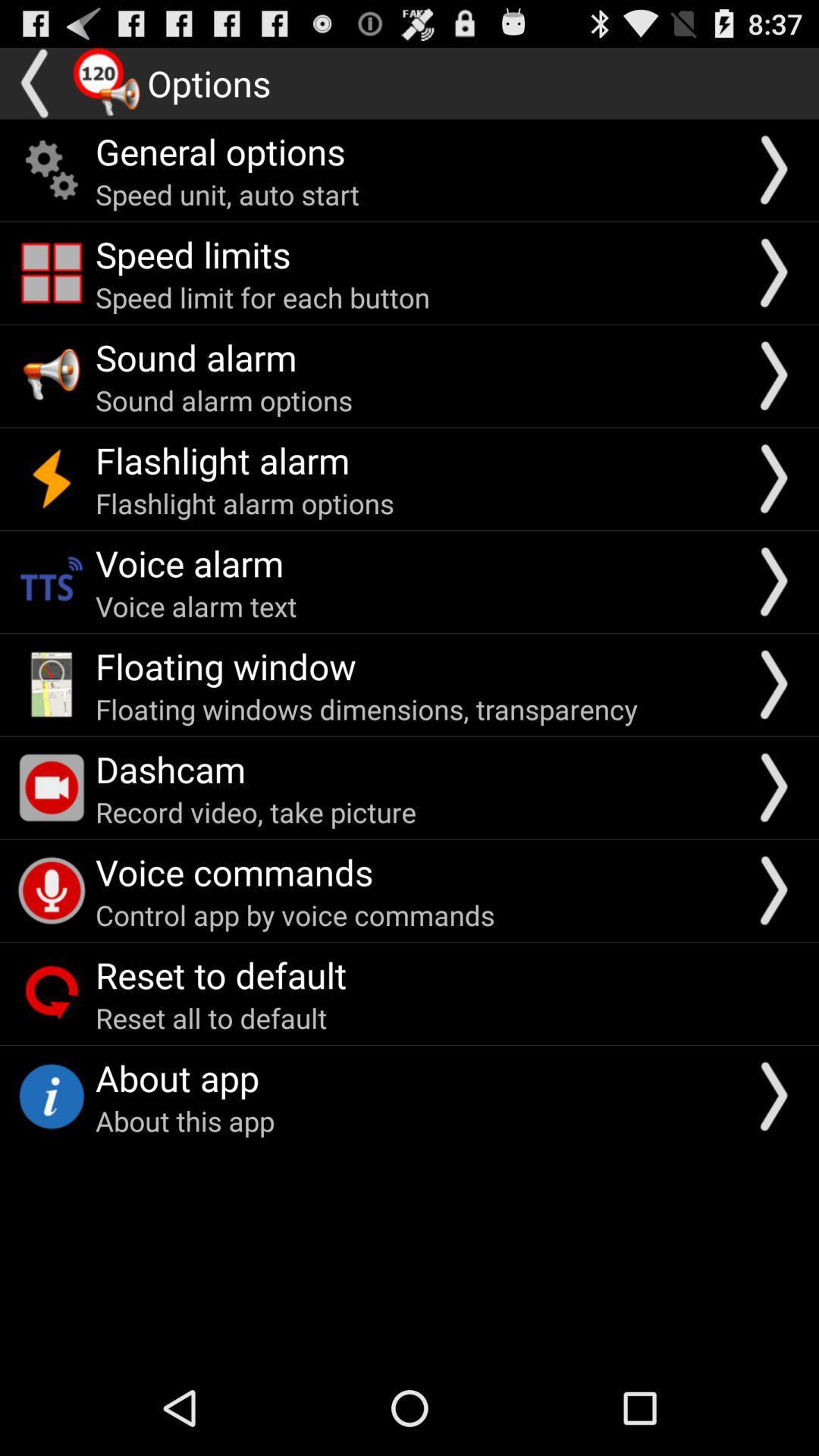  I want to click on go back, so click(35, 83).